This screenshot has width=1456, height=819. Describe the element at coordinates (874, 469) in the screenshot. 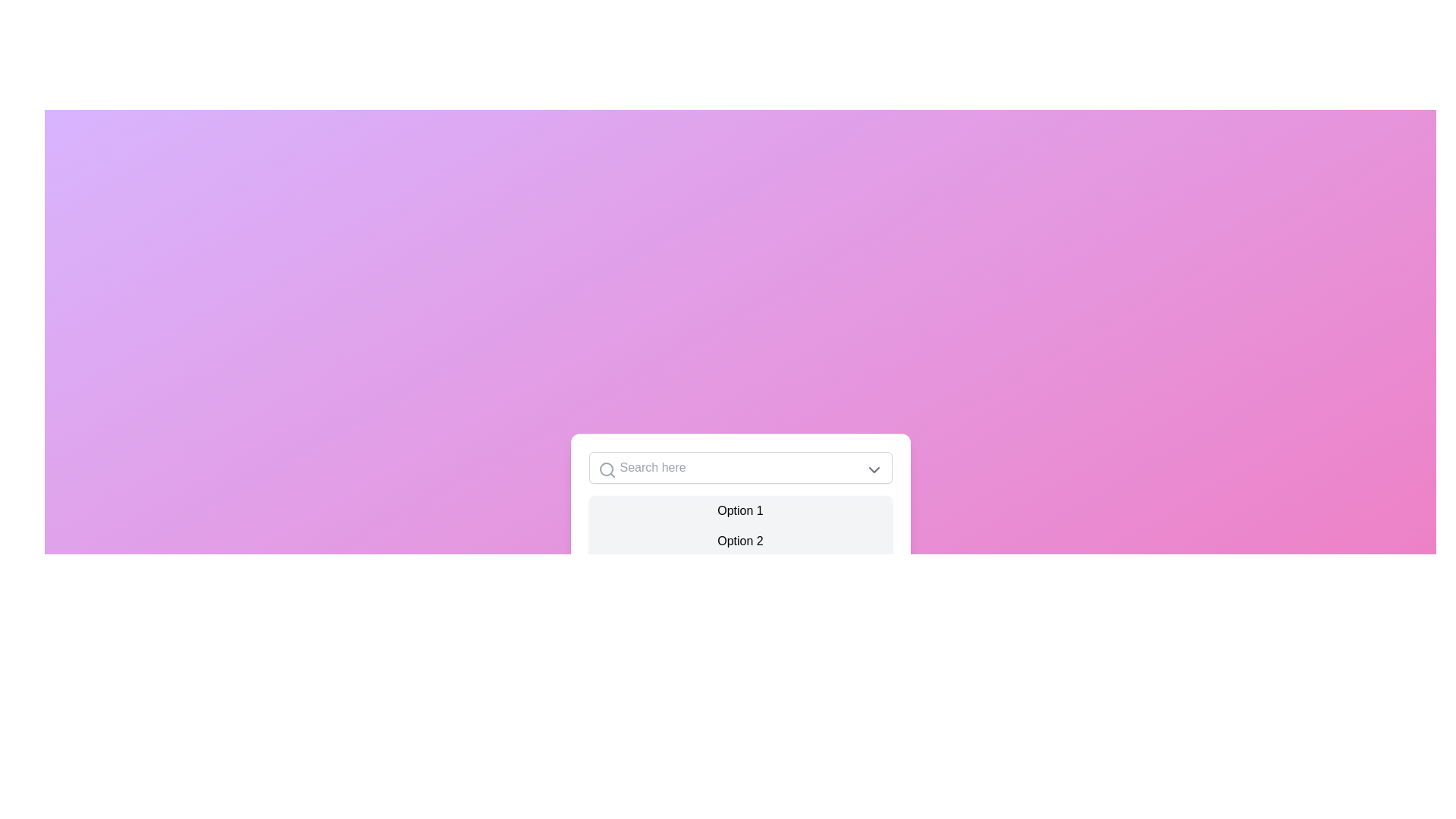

I see `the downward-facing chevron icon styled in gray located at the top-right corner of the search bar to trigger a visual response` at that location.